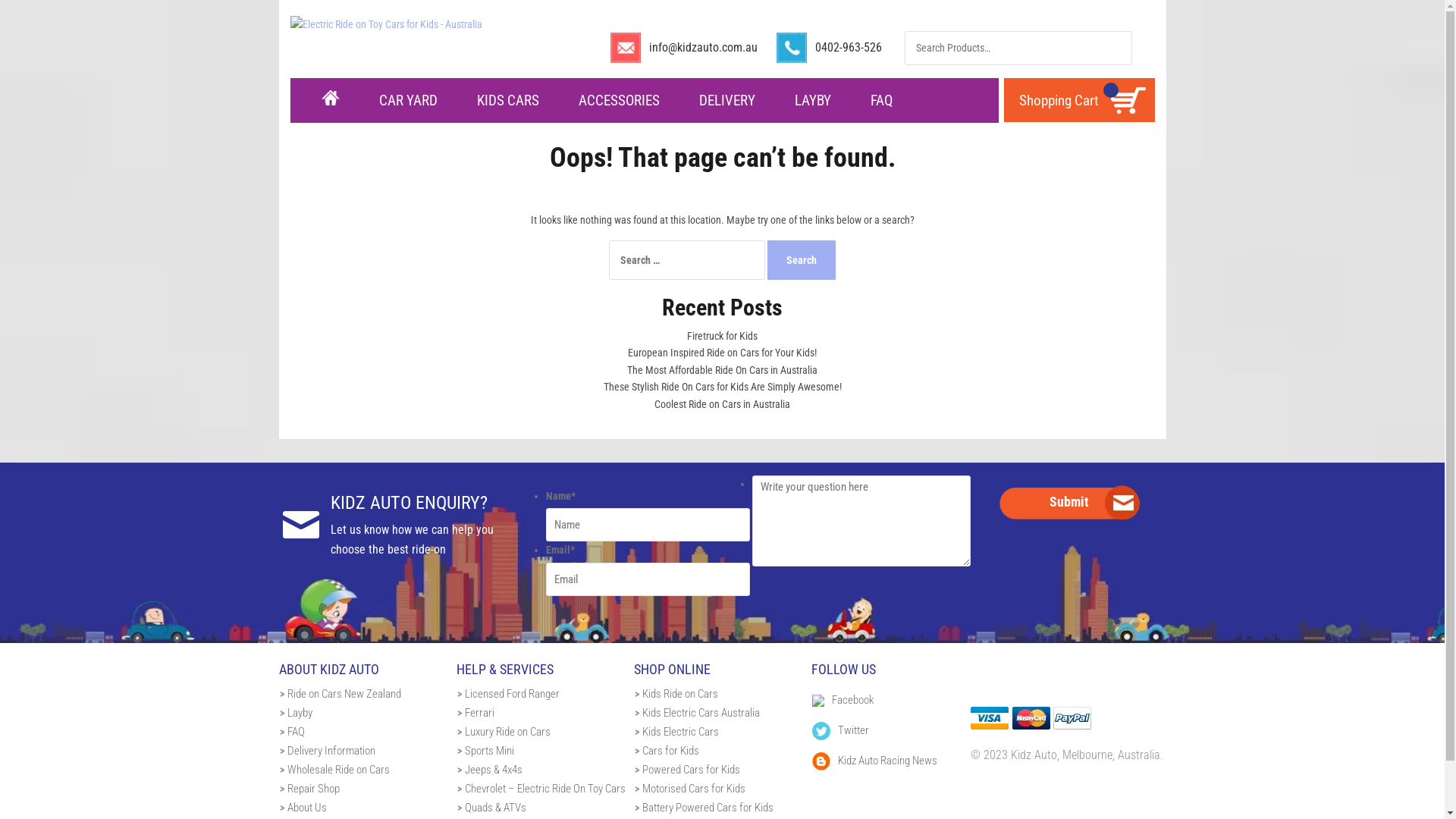 The height and width of the screenshot is (819, 1456). What do you see at coordinates (702, 46) in the screenshot?
I see `'info@kidzauto.com.au'` at bounding box center [702, 46].